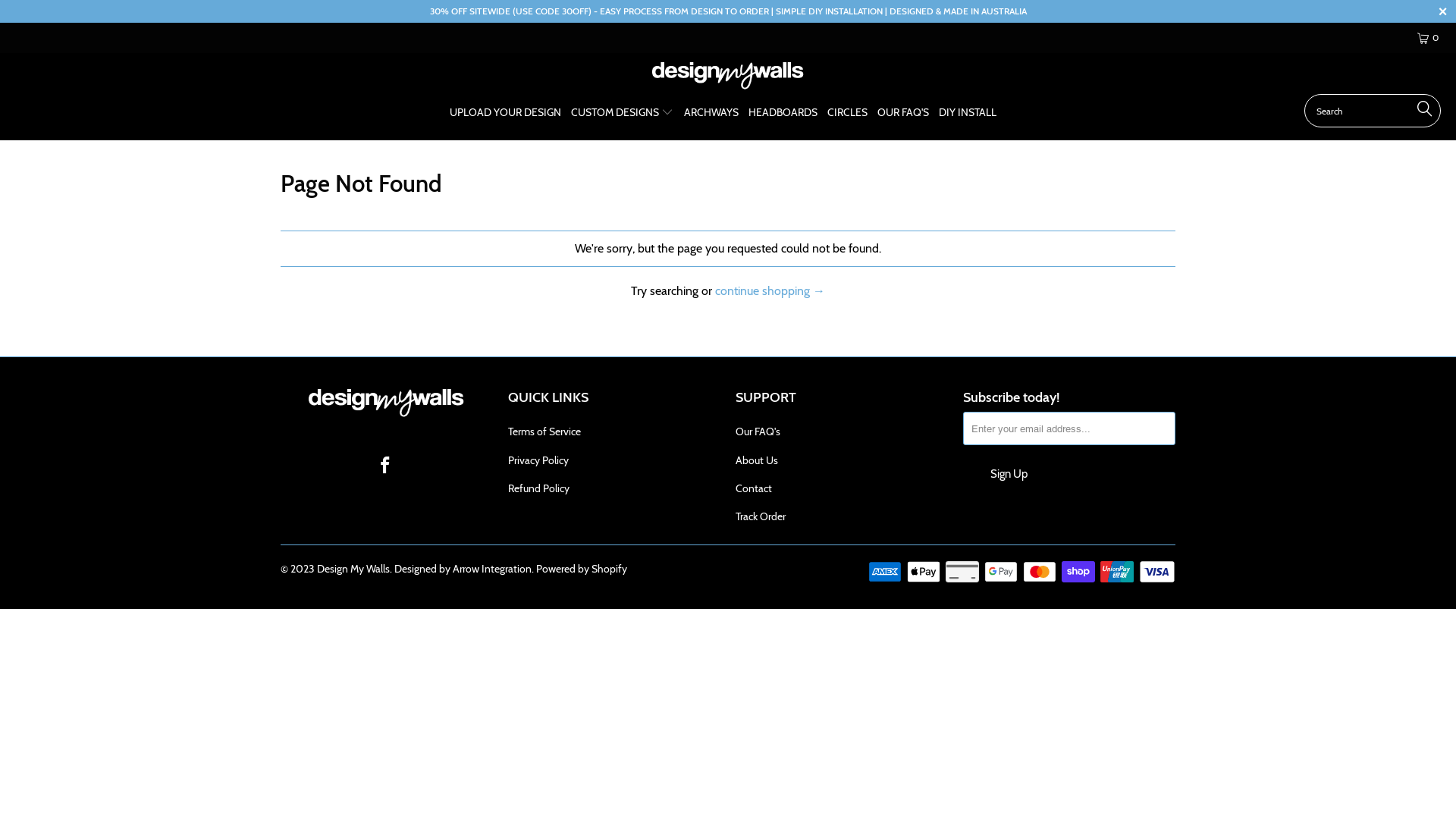 The image size is (1456, 819). What do you see at coordinates (783, 112) in the screenshot?
I see `'HEADBOARDS'` at bounding box center [783, 112].